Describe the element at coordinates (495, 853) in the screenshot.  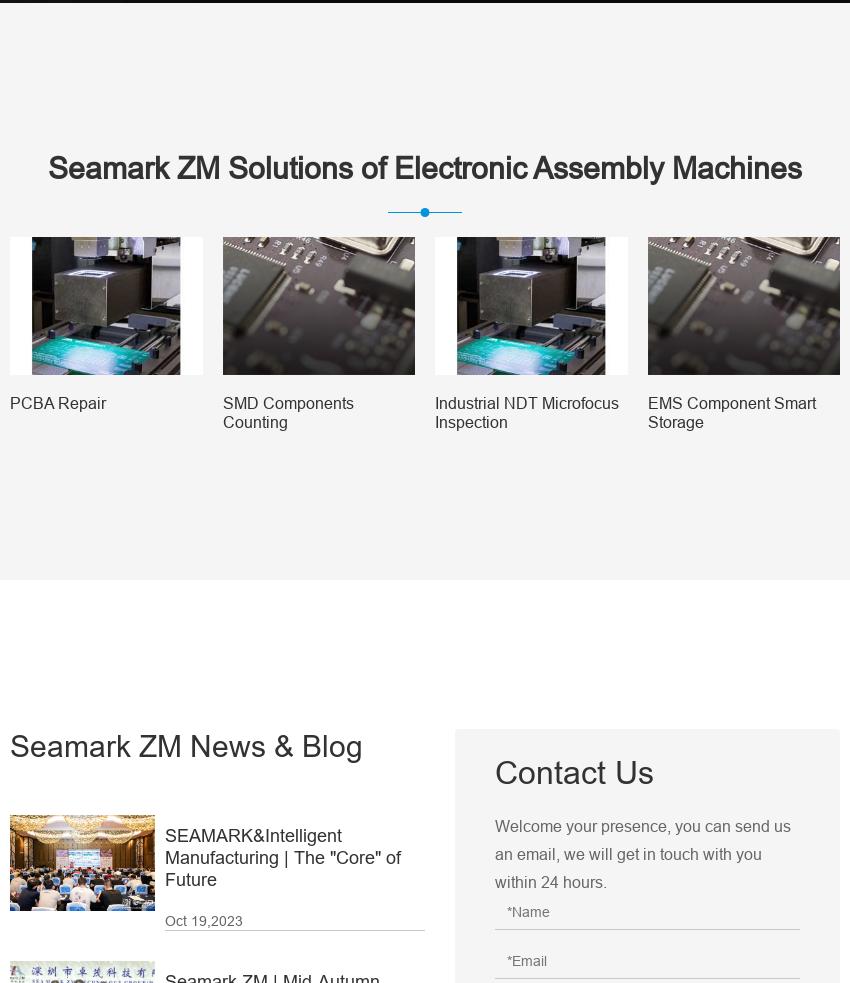
I see `'Welcome your presence, you can send us an email, we will get in touch with you within 24 hours.'` at that location.